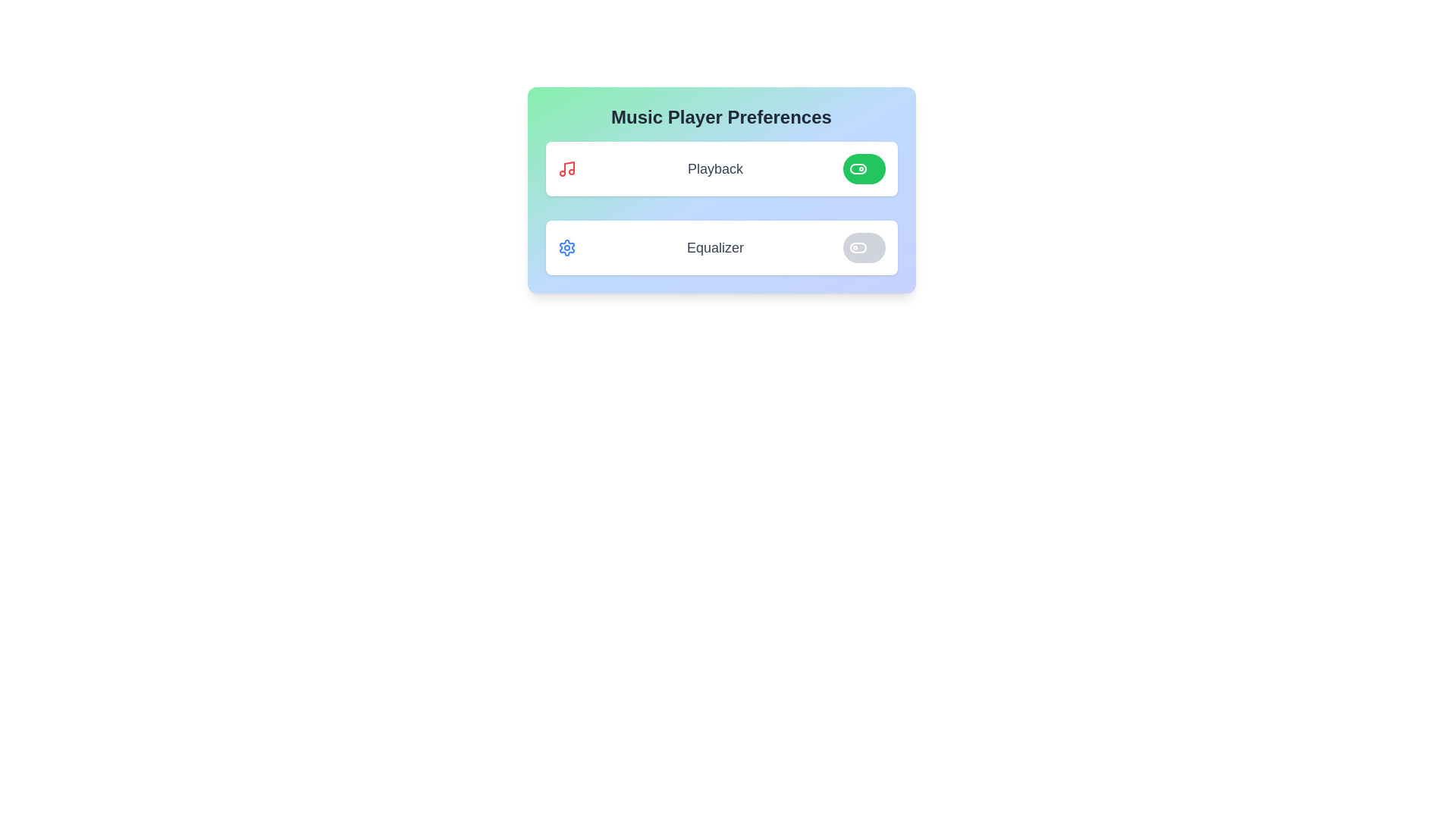  Describe the element at coordinates (714, 169) in the screenshot. I see `text label that identifies the toggle button, located to the left of the green toggle button and to the right of the red music icon` at that location.